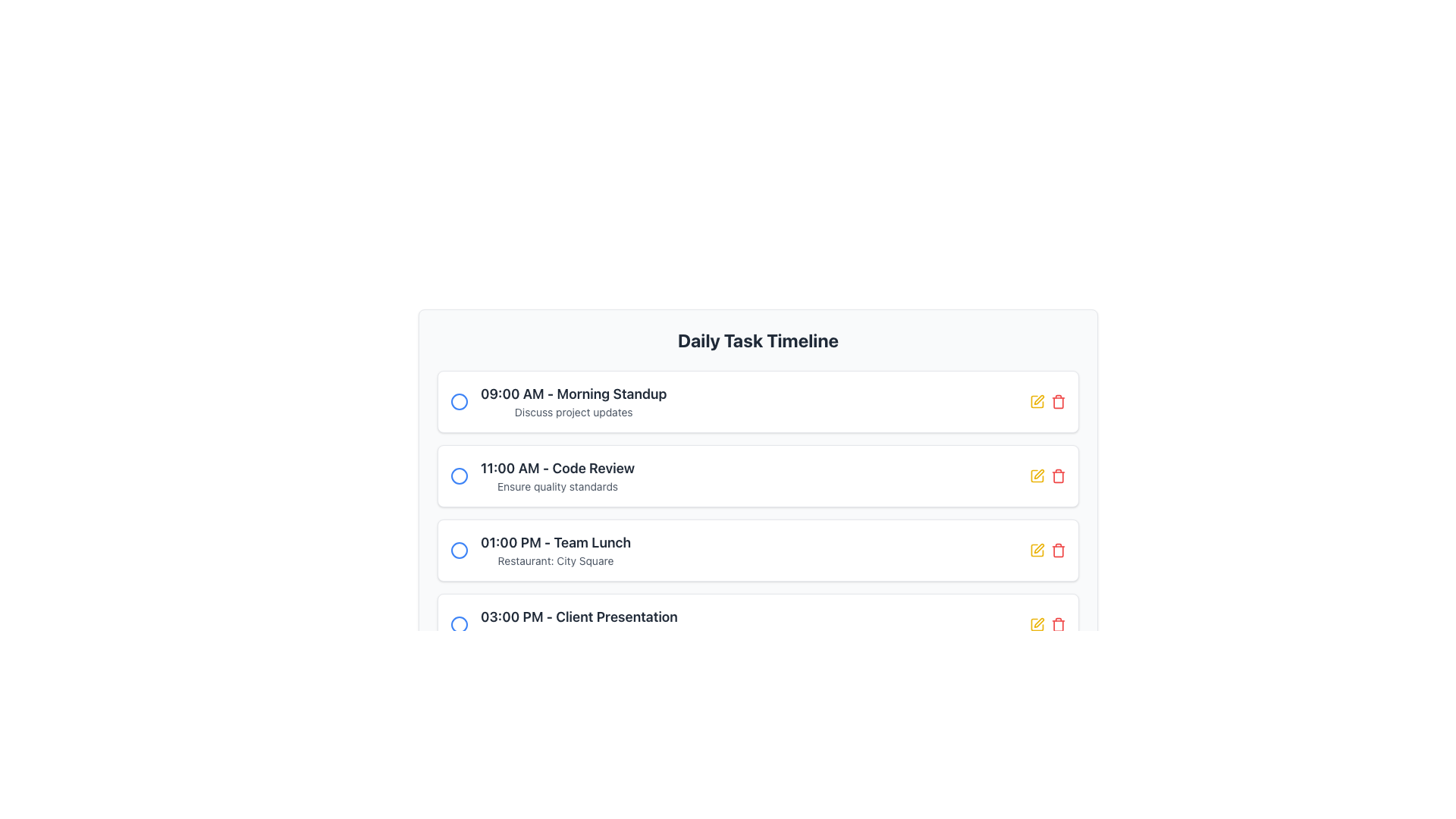 This screenshot has height=819, width=1456. What do you see at coordinates (458, 475) in the screenshot?
I see `the SVG graphic circle indicator for the task scheduled at '11:00 AM - Code Review', which is the second occurrence of such an icon in the task list` at bounding box center [458, 475].